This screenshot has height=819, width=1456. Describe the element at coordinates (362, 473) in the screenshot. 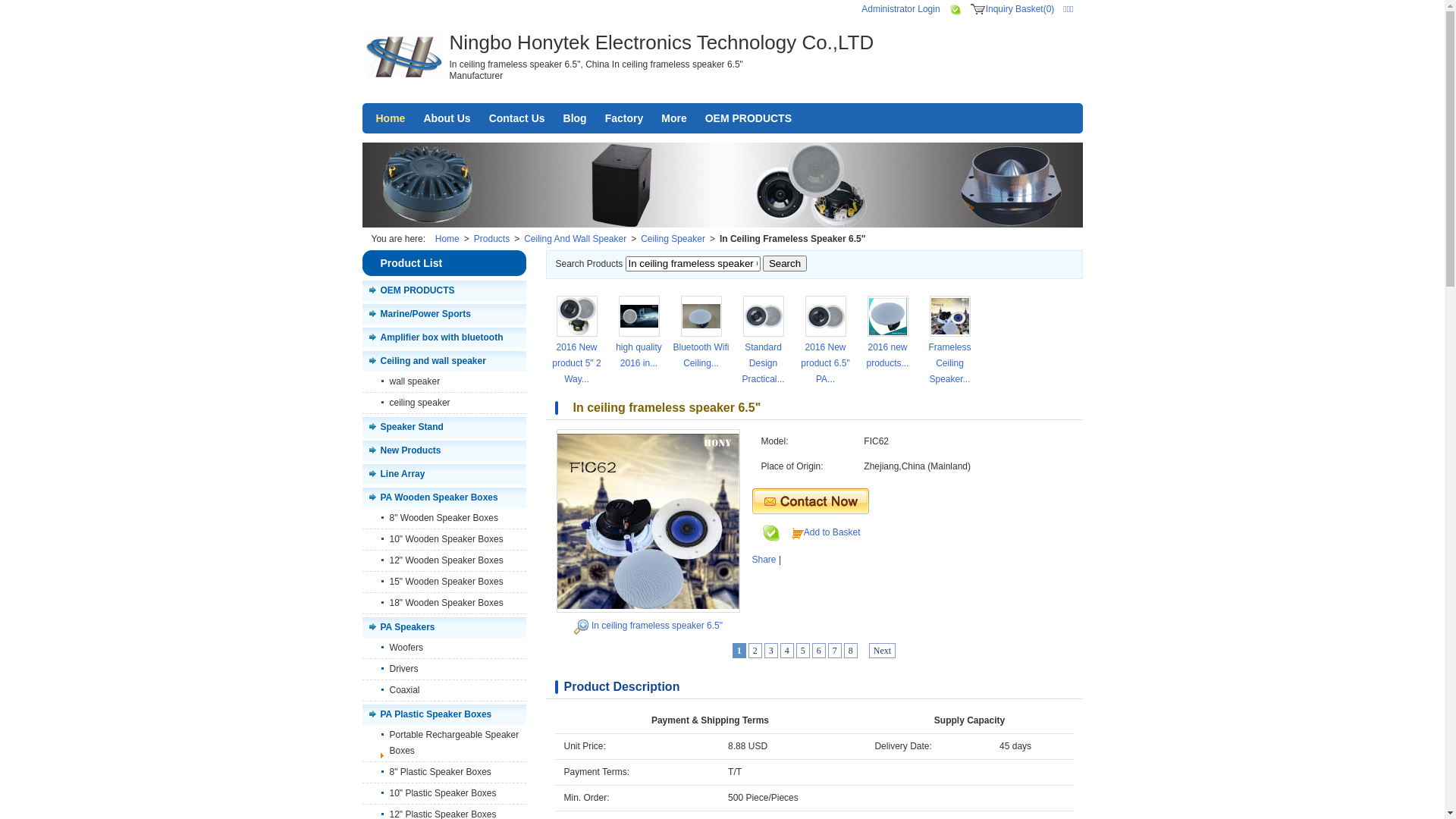

I see `'Line Array'` at that location.